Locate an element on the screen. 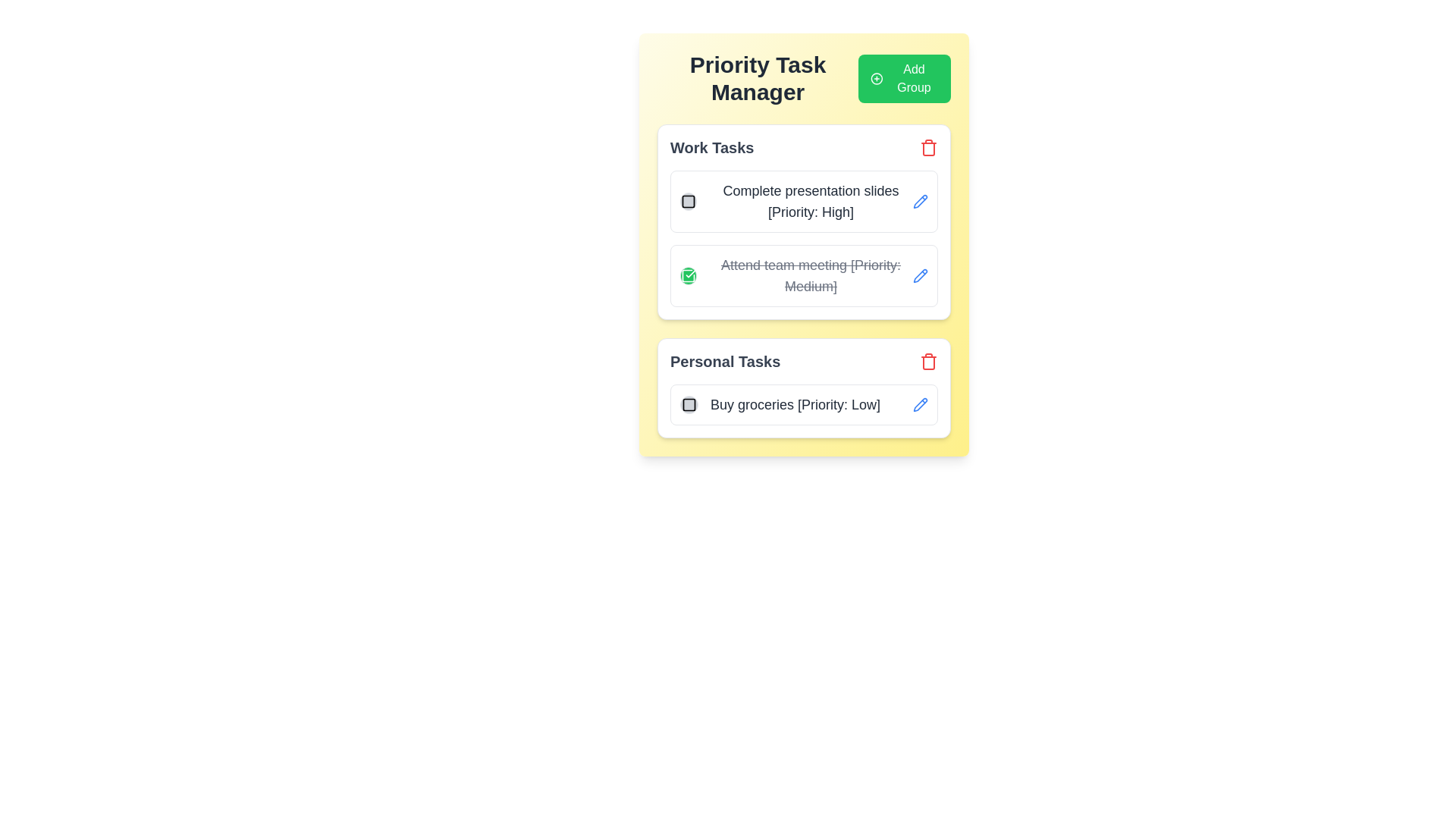 The width and height of the screenshot is (1456, 819). the icon located inside the green 'Add Group' button in the top-right corner of the 'Priority Task Manager' panel is located at coordinates (877, 79).